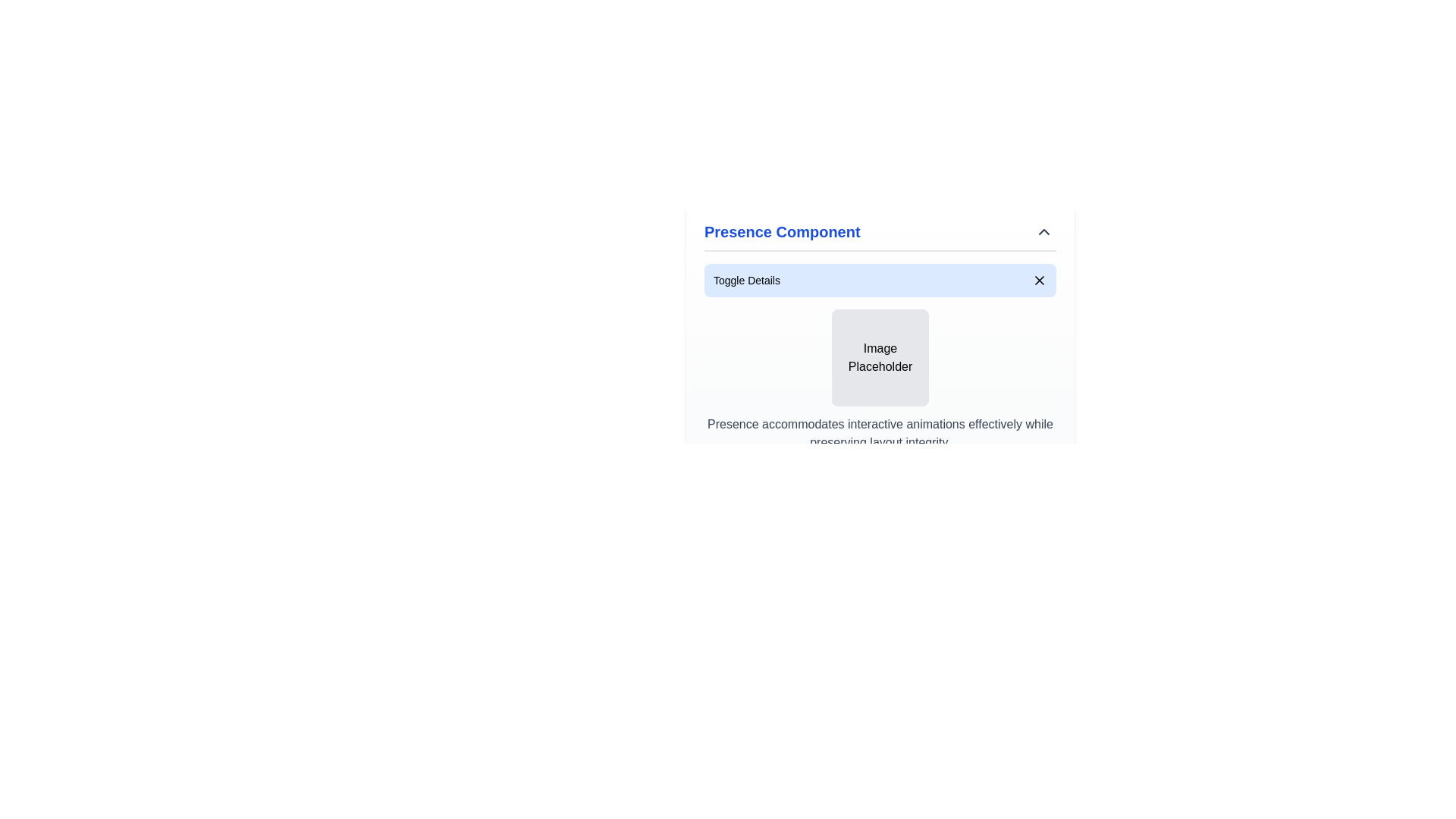 The width and height of the screenshot is (1456, 819). Describe the element at coordinates (1043, 231) in the screenshot. I see `the upward-pointing chevron icon button located at the top-right corner of the 'Presence Component' section` at that location.